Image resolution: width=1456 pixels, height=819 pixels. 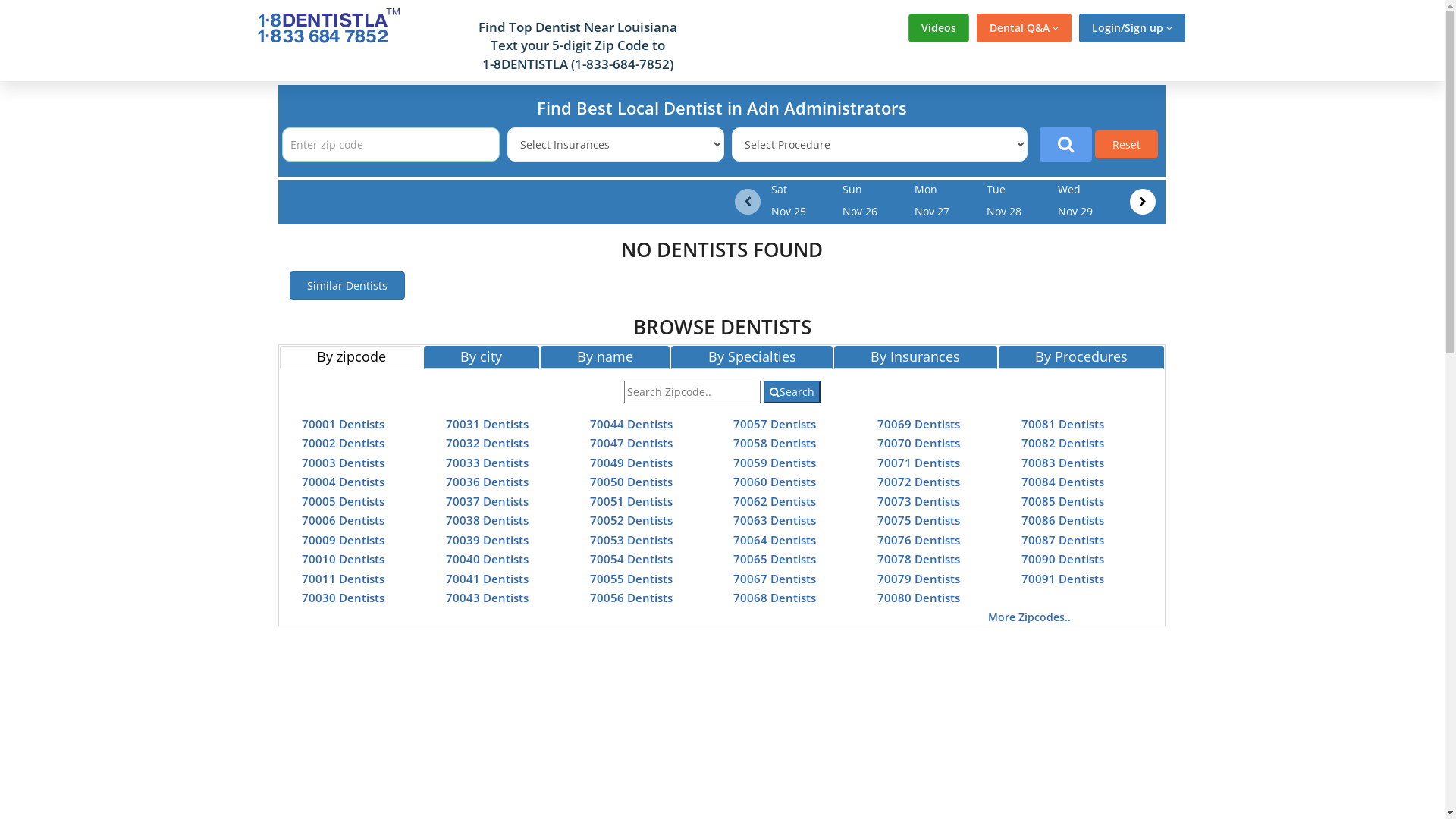 What do you see at coordinates (1062, 423) in the screenshot?
I see `'70081 Dentists'` at bounding box center [1062, 423].